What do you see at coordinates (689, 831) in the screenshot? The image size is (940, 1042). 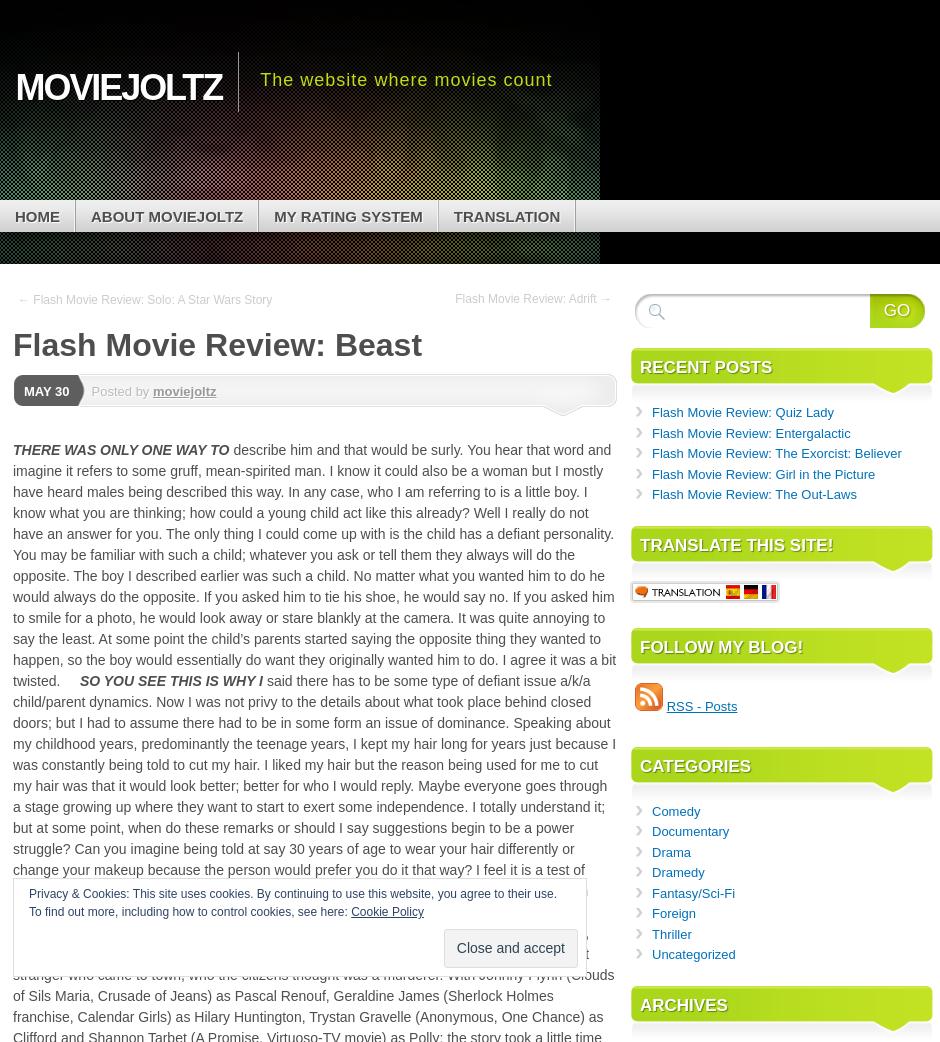 I see `'Documentary'` at bounding box center [689, 831].